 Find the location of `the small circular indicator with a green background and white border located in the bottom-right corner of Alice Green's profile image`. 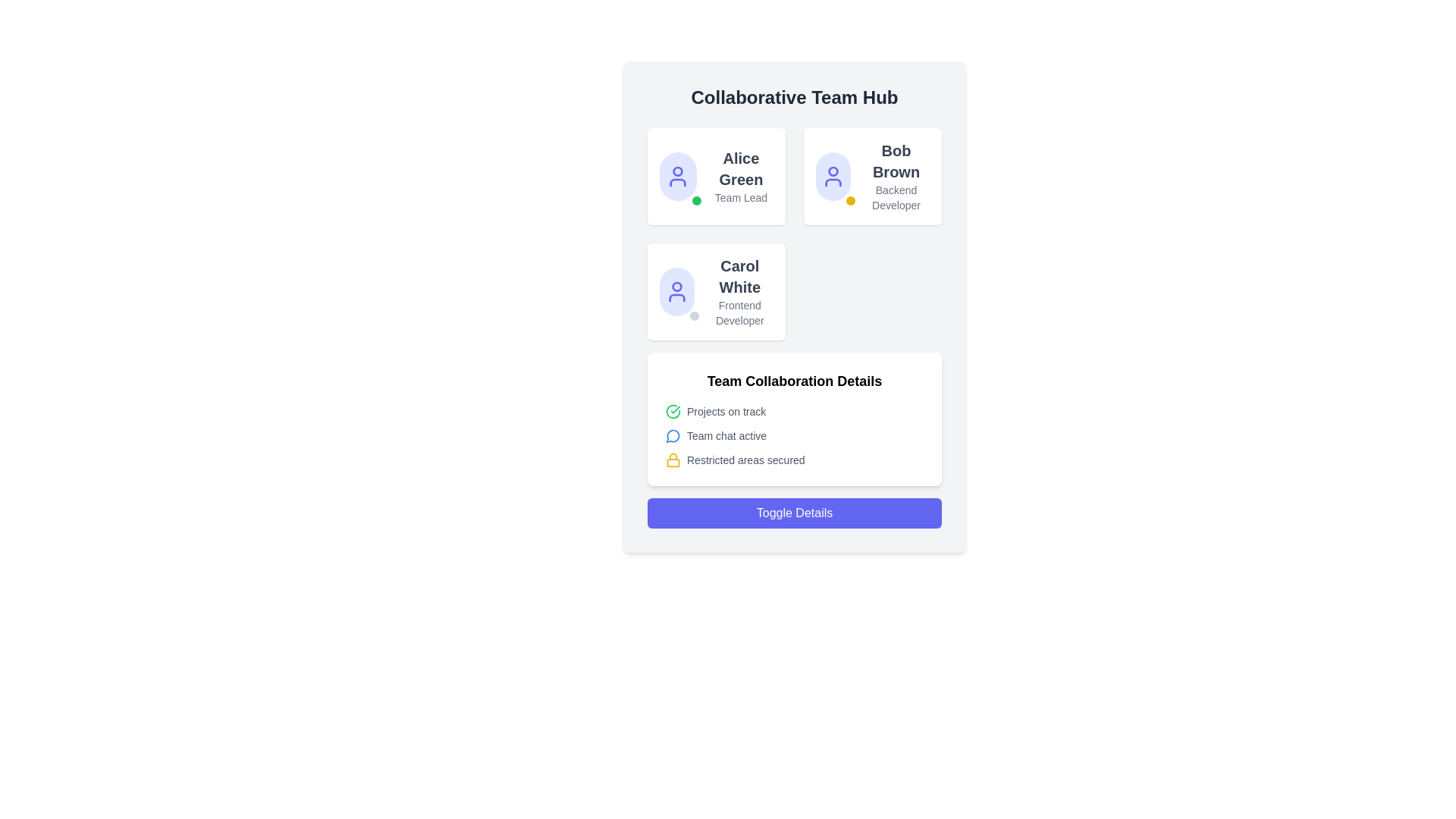

the small circular indicator with a green background and white border located in the bottom-right corner of Alice Green's profile image is located at coordinates (695, 200).